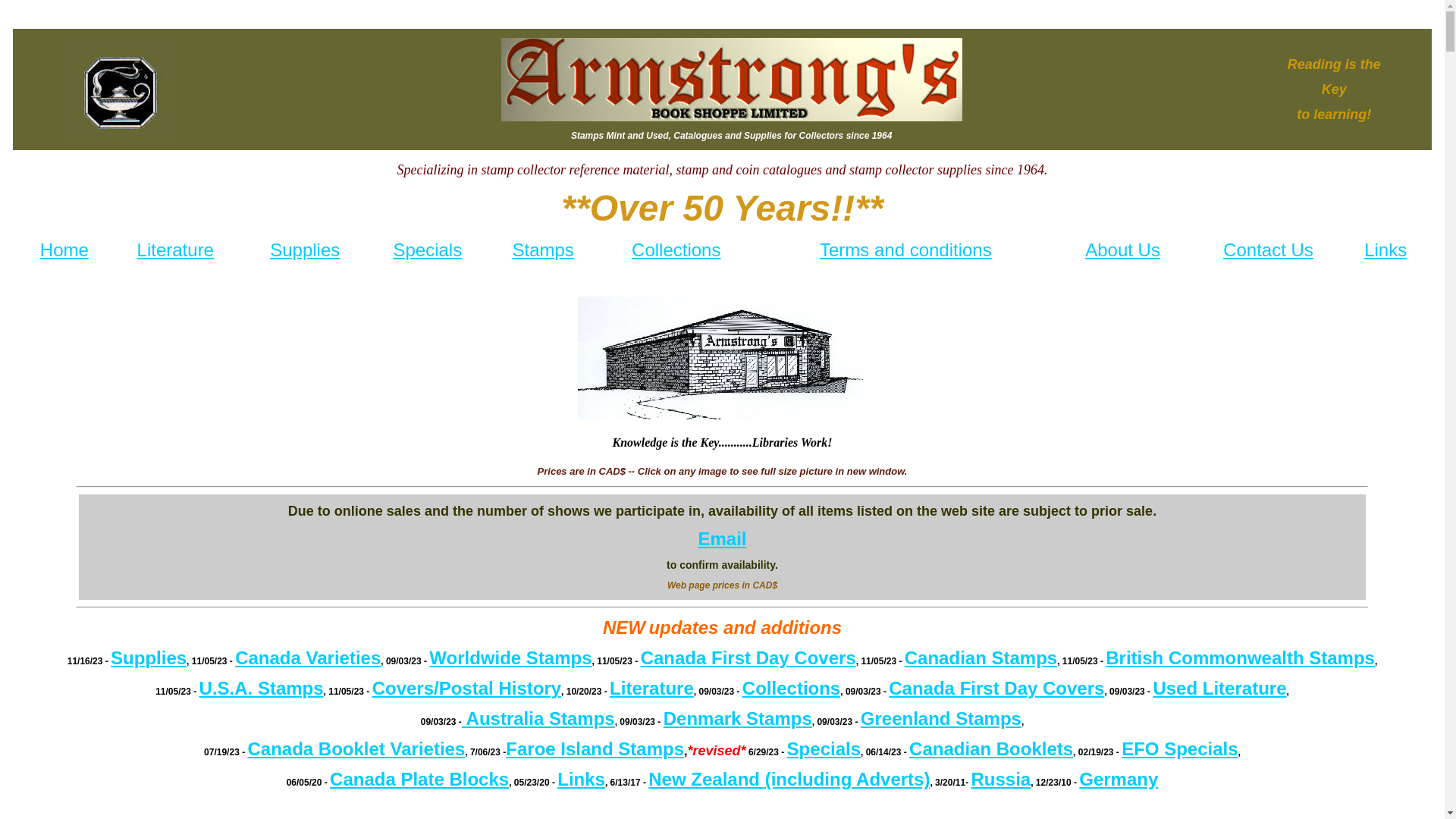  What do you see at coordinates (1222, 249) in the screenshot?
I see `'Contact Us'` at bounding box center [1222, 249].